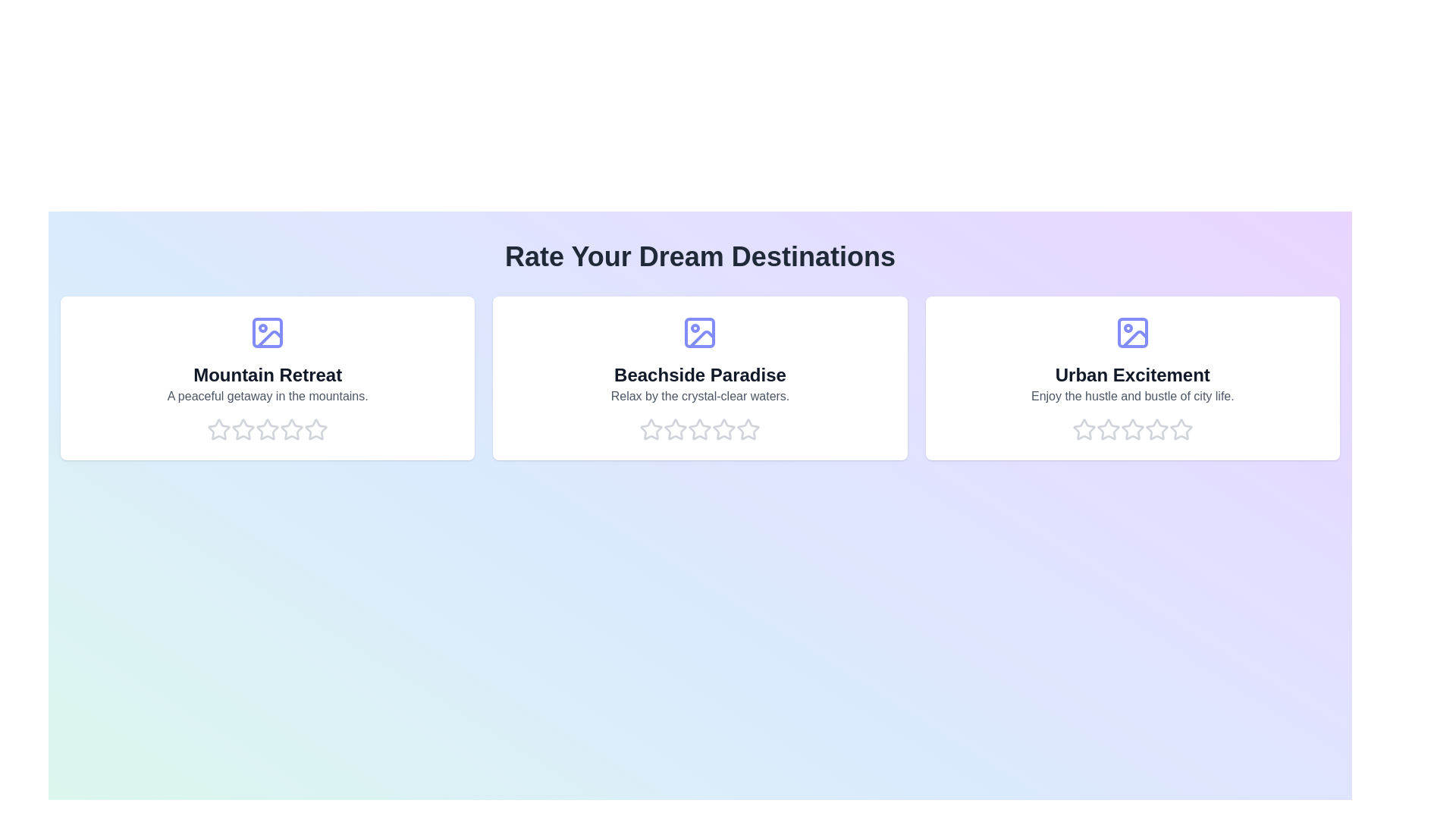  I want to click on the rating for a destination to 5 stars, so click(315, 430).